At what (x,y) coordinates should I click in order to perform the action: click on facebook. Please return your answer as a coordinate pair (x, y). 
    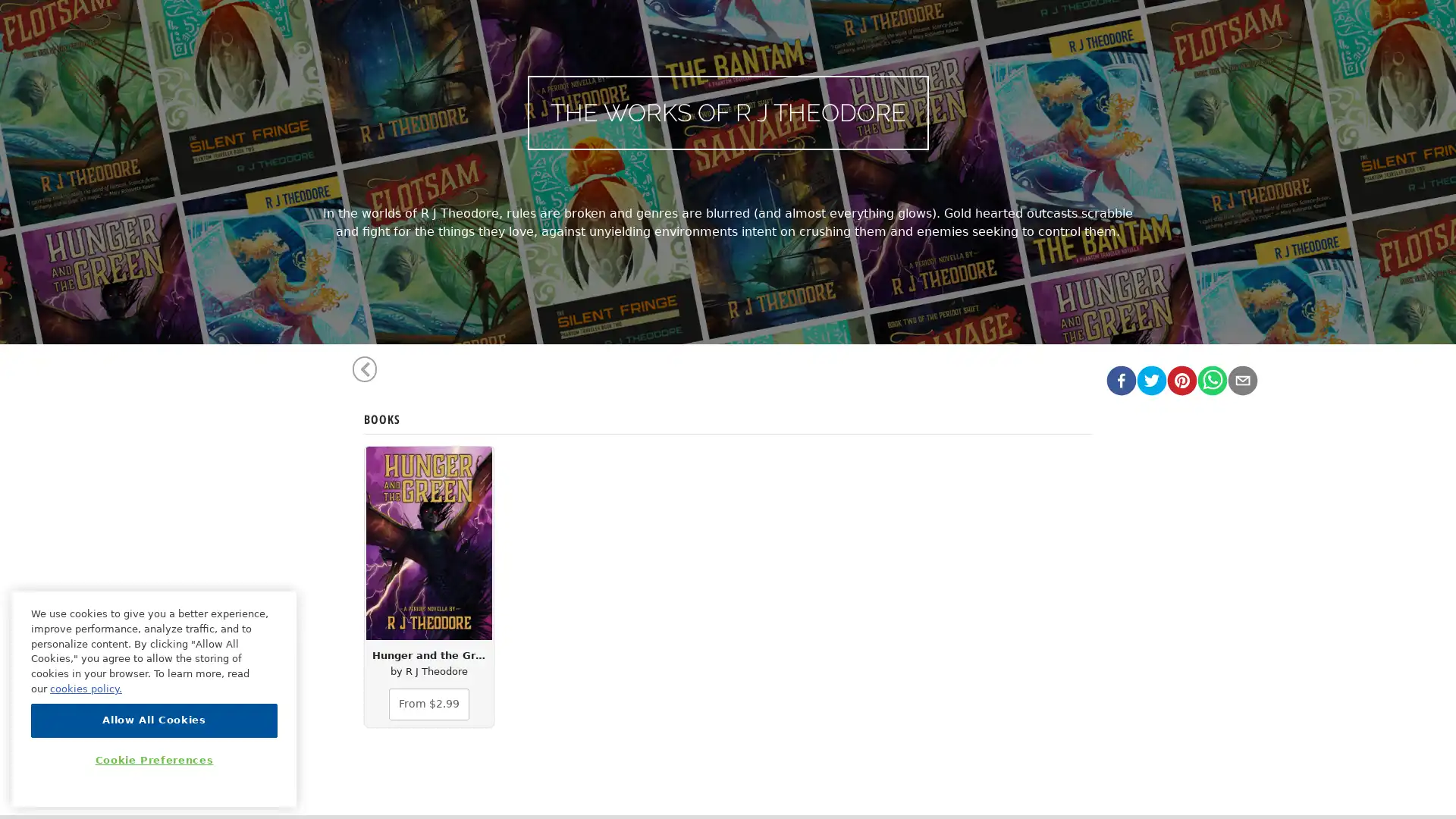
    Looking at the image, I should click on (1121, 378).